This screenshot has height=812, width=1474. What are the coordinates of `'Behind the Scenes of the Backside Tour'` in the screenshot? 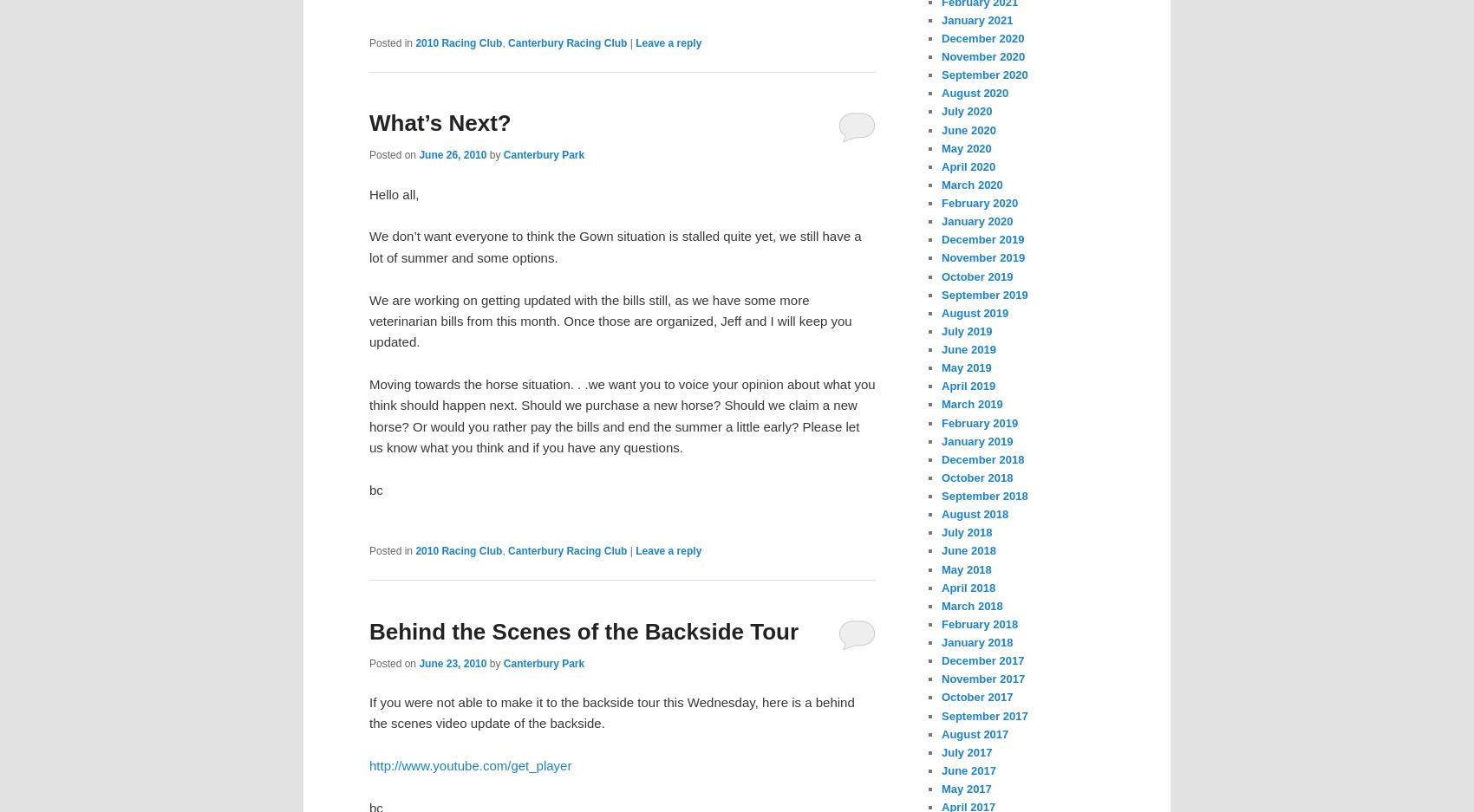 It's located at (369, 629).